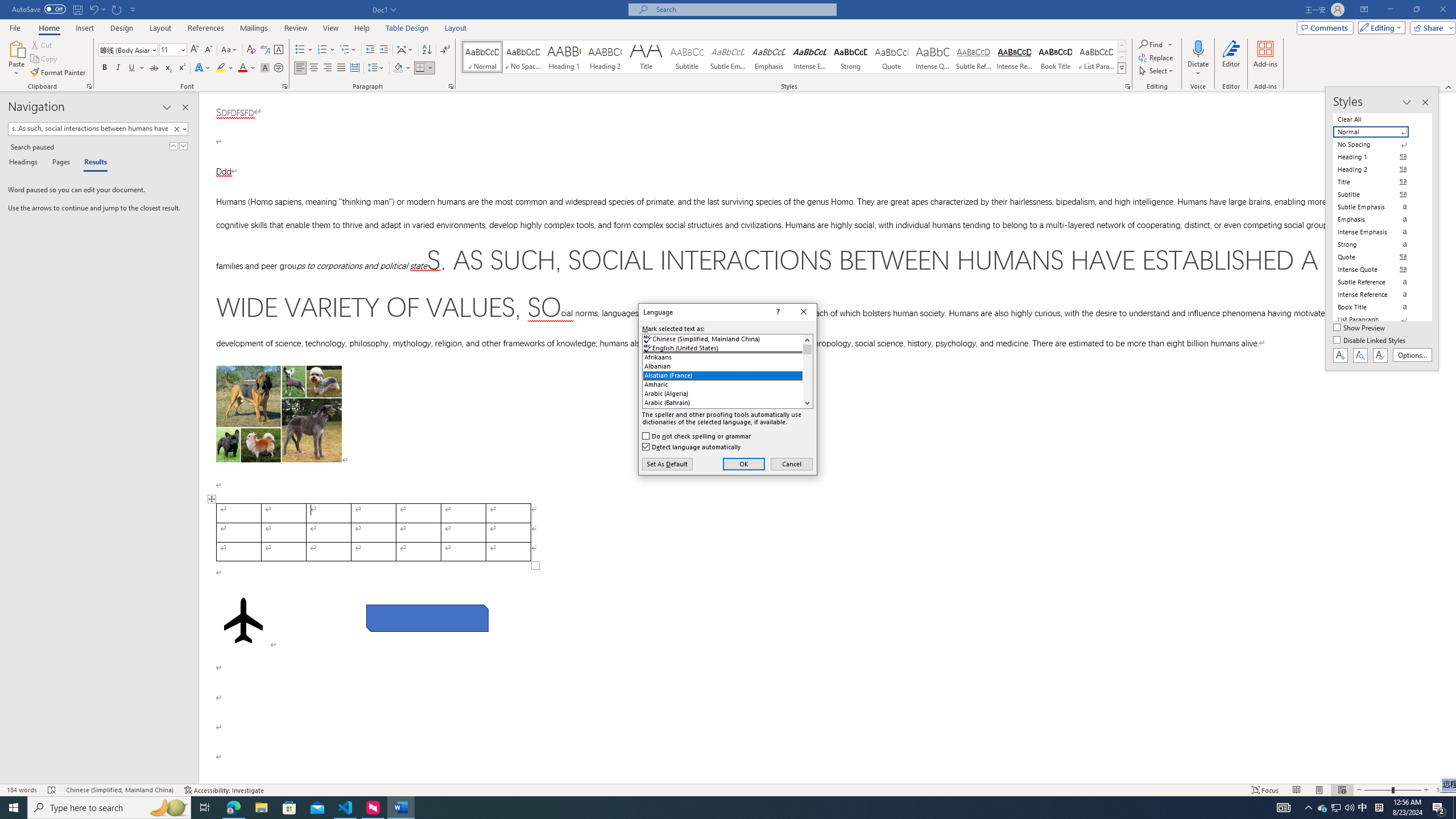 The image size is (1456, 819). I want to click on 'Print Layout', so click(1319, 790).